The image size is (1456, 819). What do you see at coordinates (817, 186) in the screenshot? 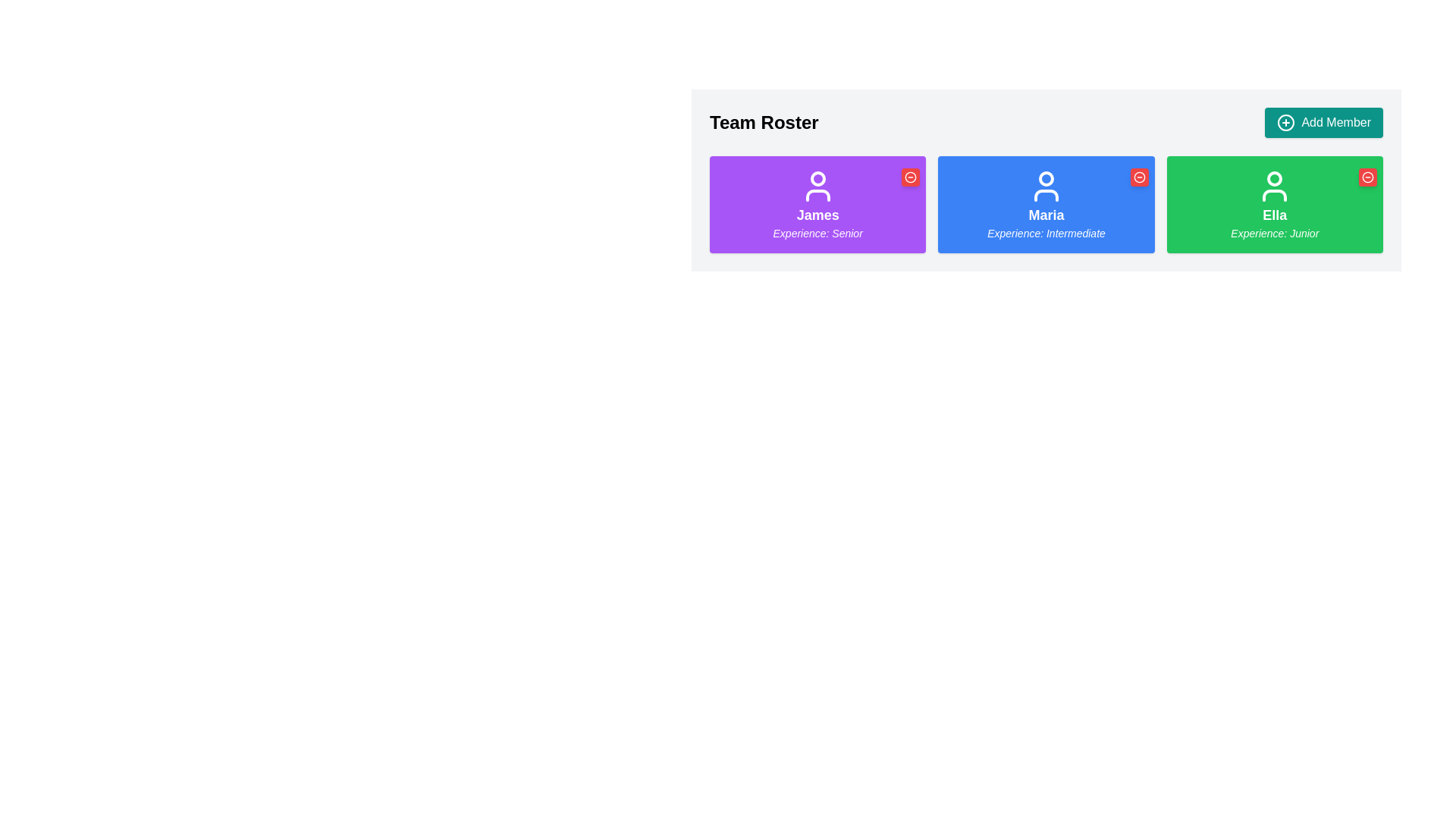
I see `the user profile icon associated with 'James' in the leftmost purple card of the 'Team Roster' section` at bounding box center [817, 186].